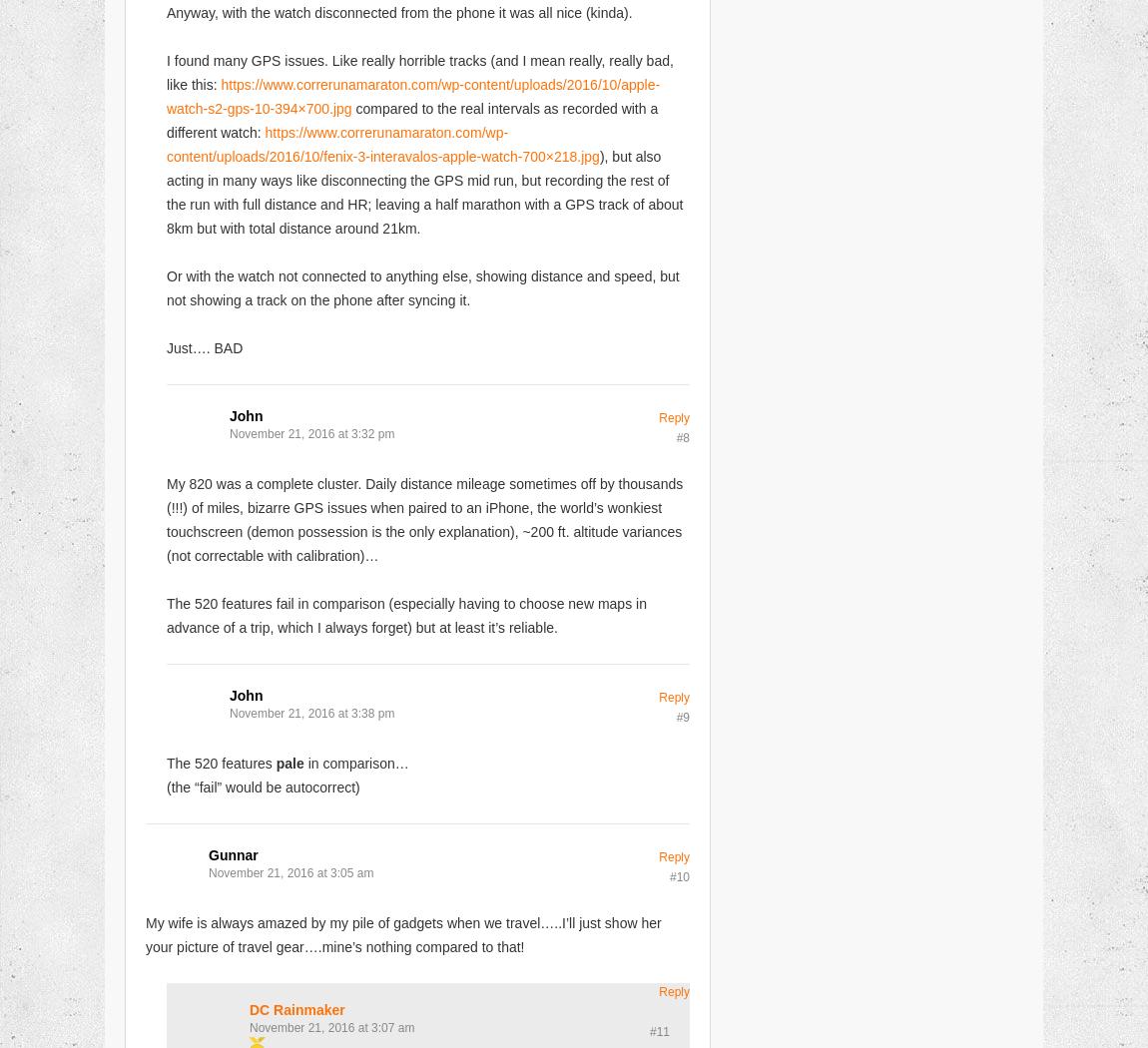 The image size is (1148, 1048). What do you see at coordinates (682, 435) in the screenshot?
I see `'#8'` at bounding box center [682, 435].